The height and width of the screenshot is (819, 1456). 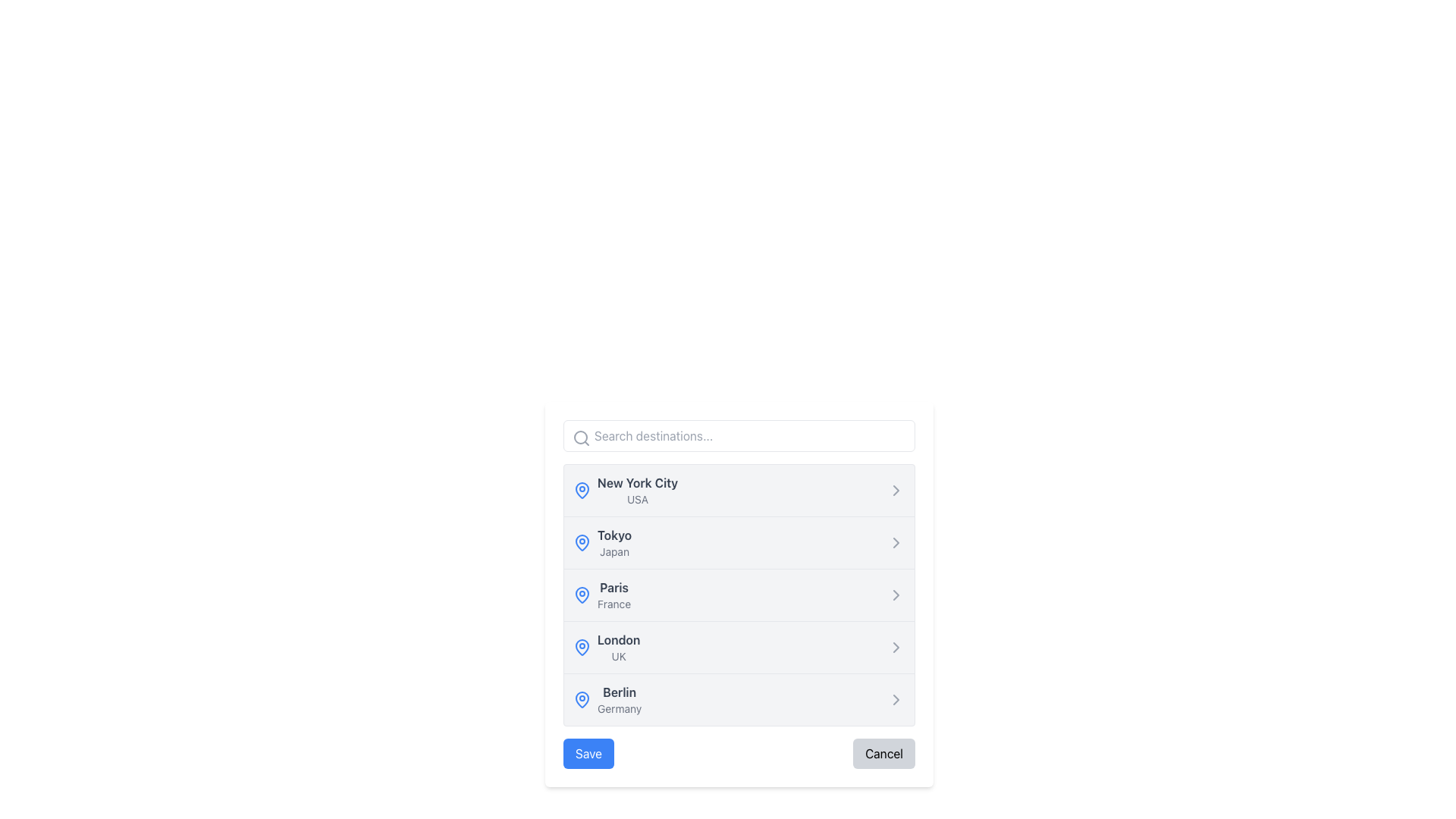 What do you see at coordinates (626, 491) in the screenshot?
I see `the List Item displaying 'New York City' with a location pin icon` at bounding box center [626, 491].